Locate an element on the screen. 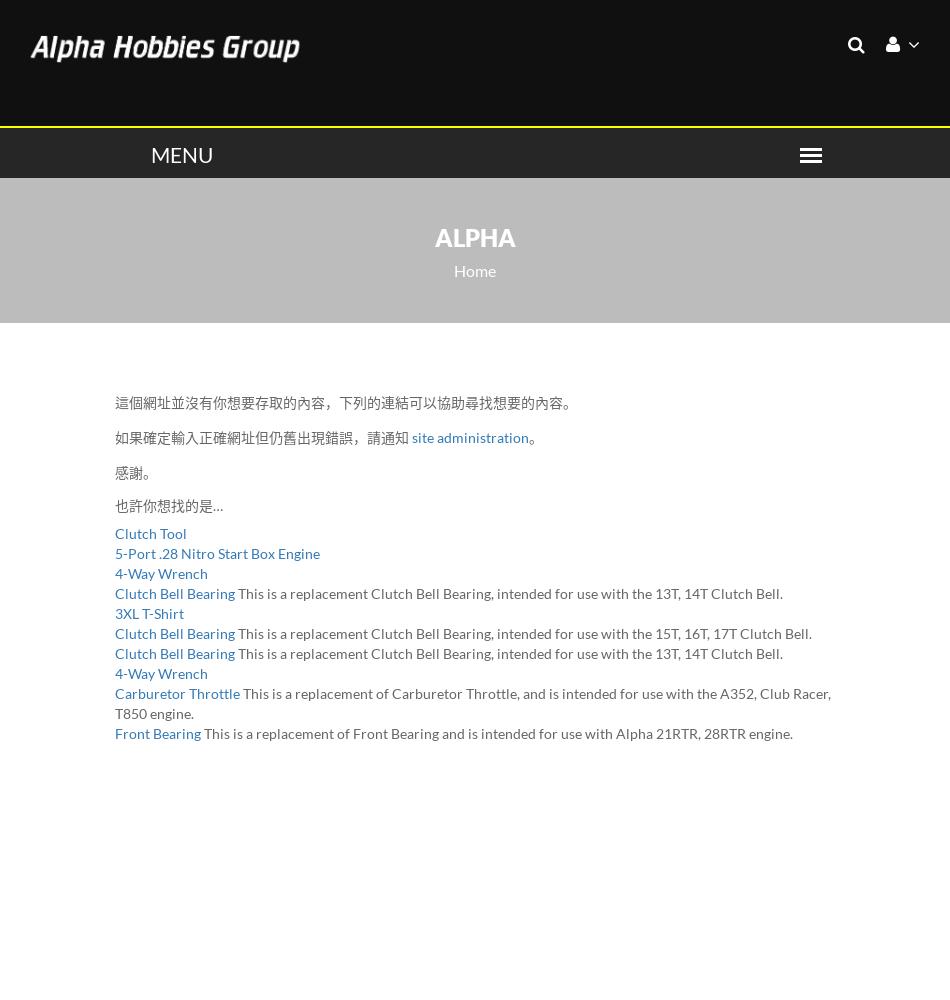 The width and height of the screenshot is (950, 1000). 'Front Bearing' is located at coordinates (157, 731).